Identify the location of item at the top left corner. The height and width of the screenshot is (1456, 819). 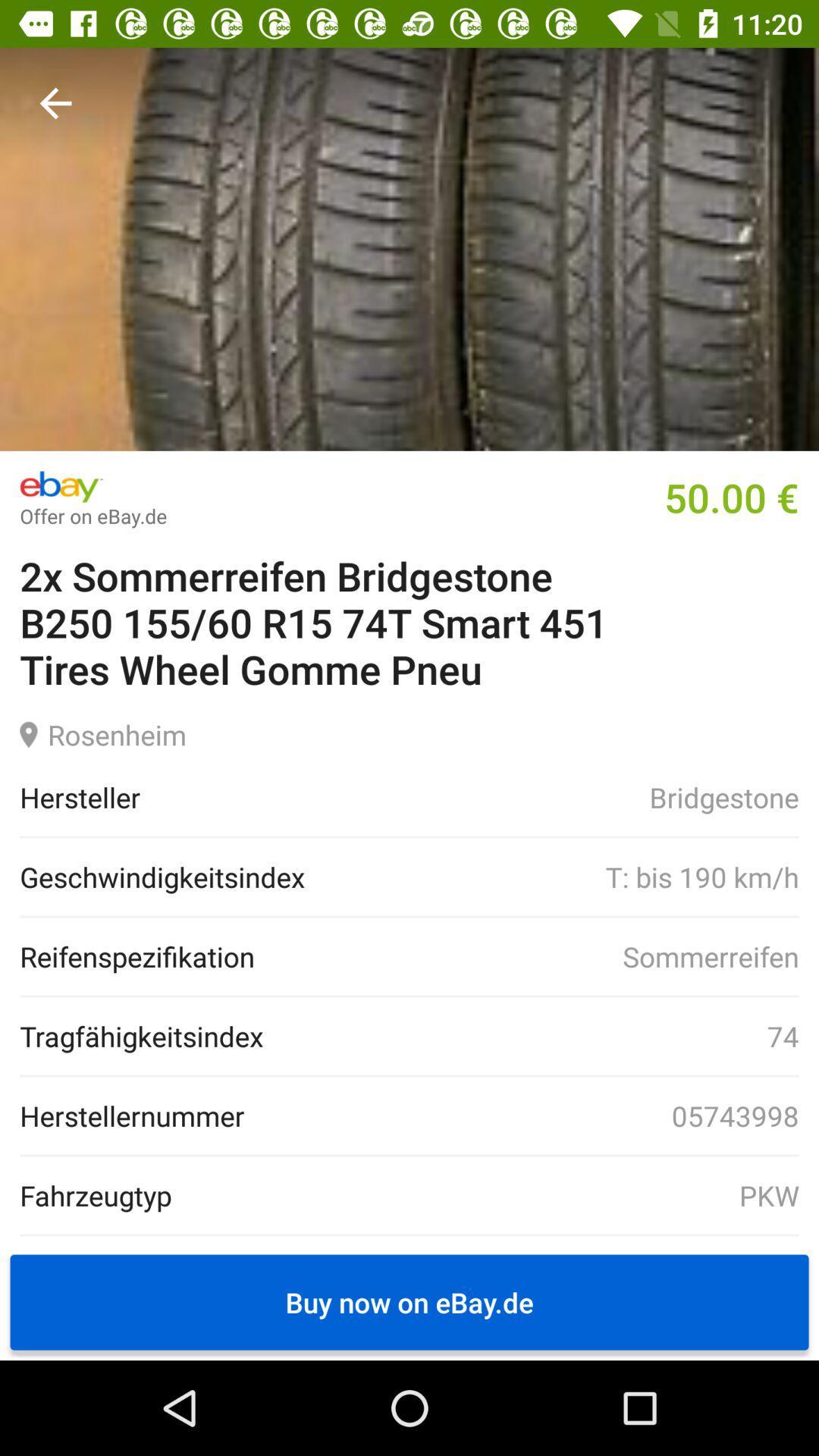
(55, 102).